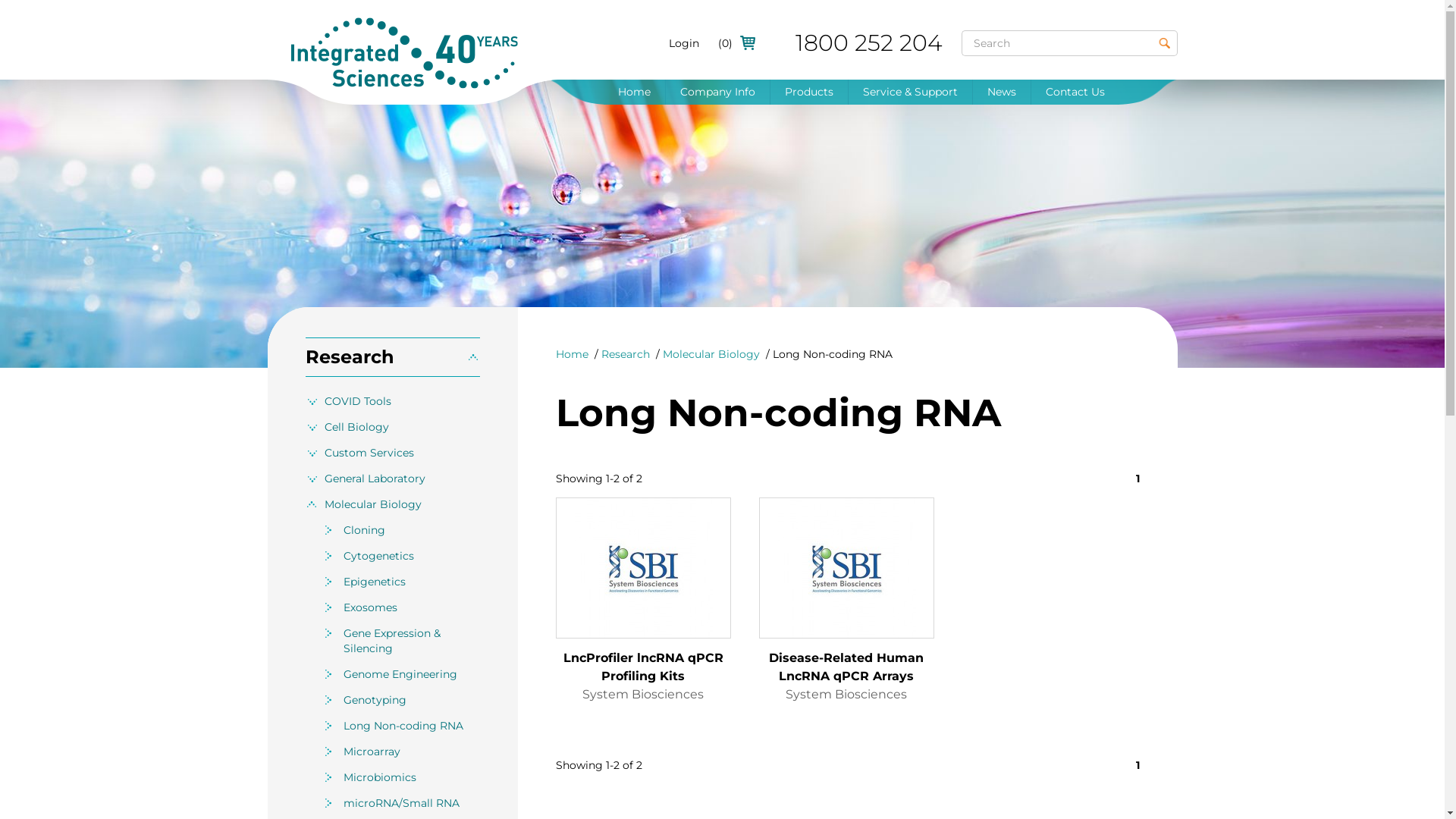 The image size is (1456, 819). What do you see at coordinates (411, 640) in the screenshot?
I see `'Gene Expression & Silencing'` at bounding box center [411, 640].